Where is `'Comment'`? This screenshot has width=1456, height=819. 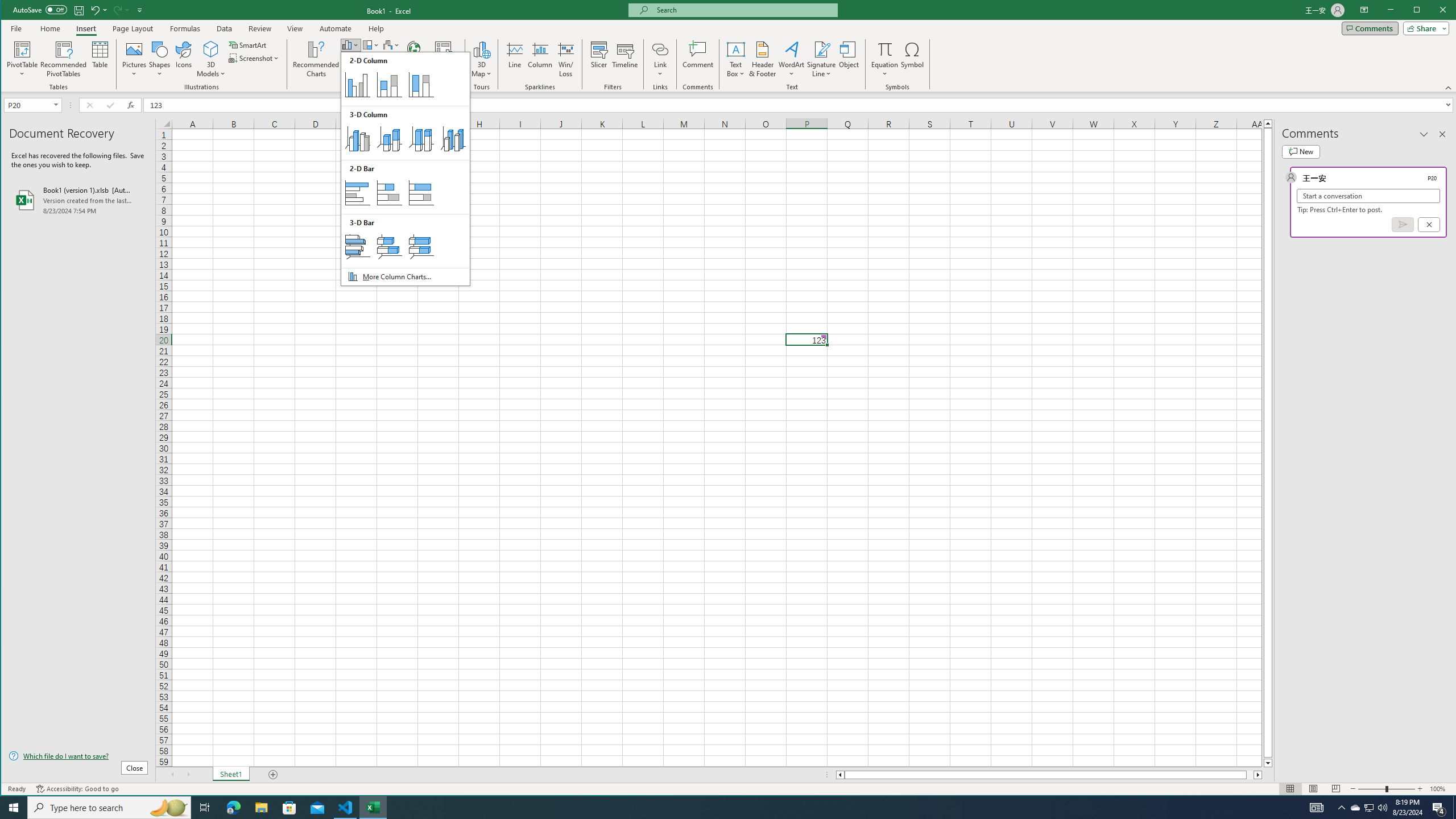 'Comment' is located at coordinates (698, 59).